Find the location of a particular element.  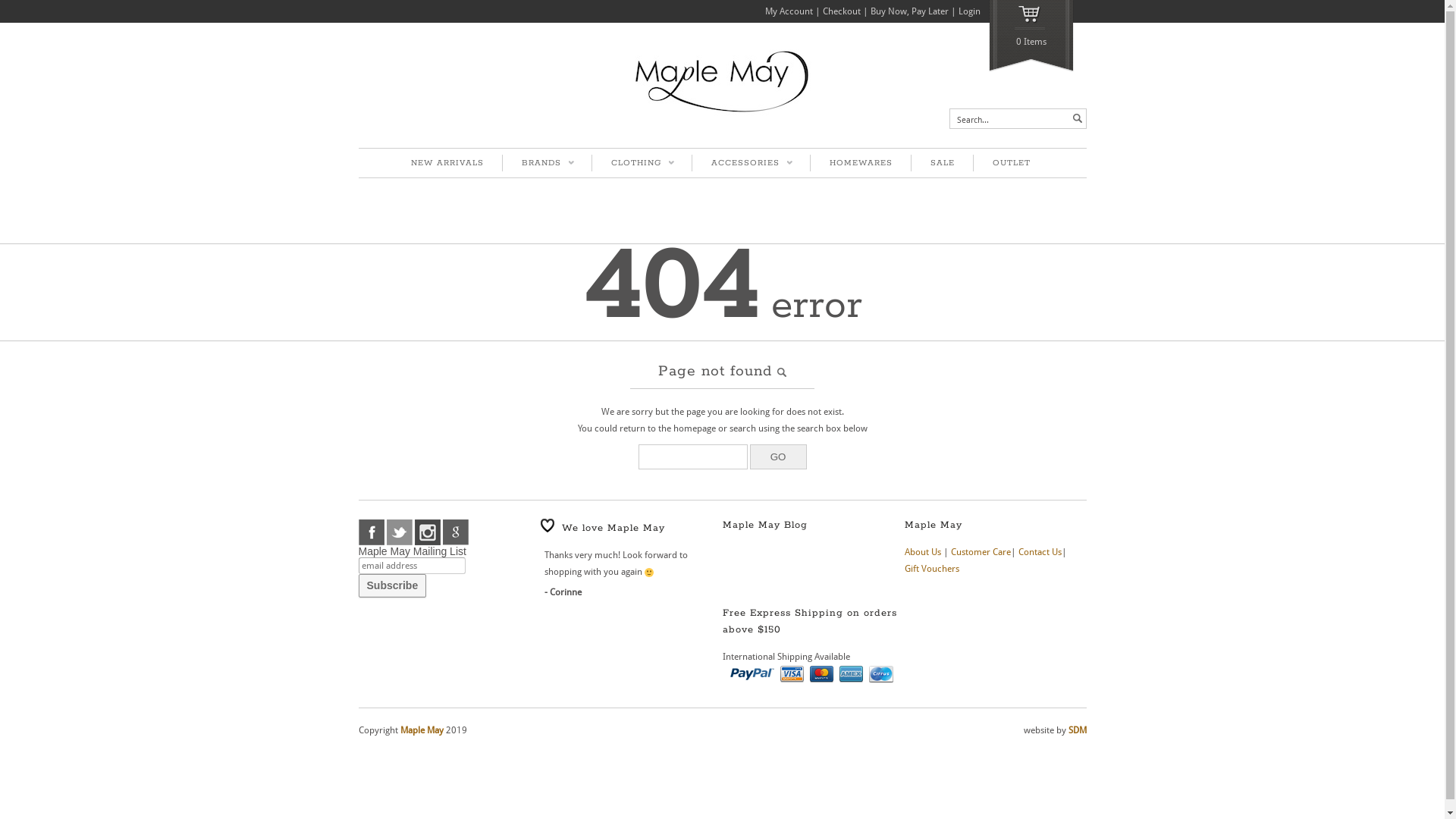

'About Us' is located at coordinates (921, 552).